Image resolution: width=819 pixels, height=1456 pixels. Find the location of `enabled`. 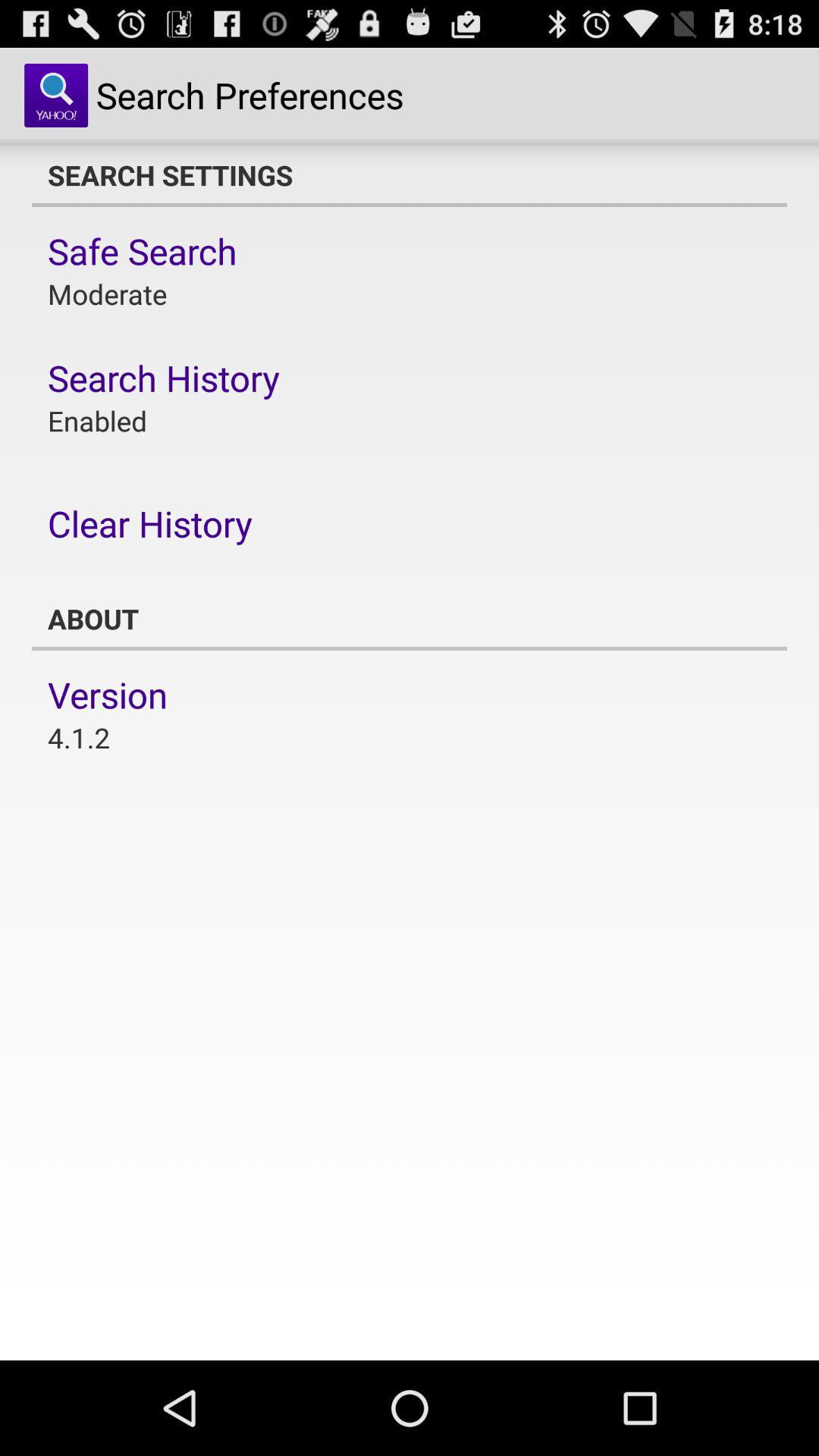

enabled is located at coordinates (97, 421).